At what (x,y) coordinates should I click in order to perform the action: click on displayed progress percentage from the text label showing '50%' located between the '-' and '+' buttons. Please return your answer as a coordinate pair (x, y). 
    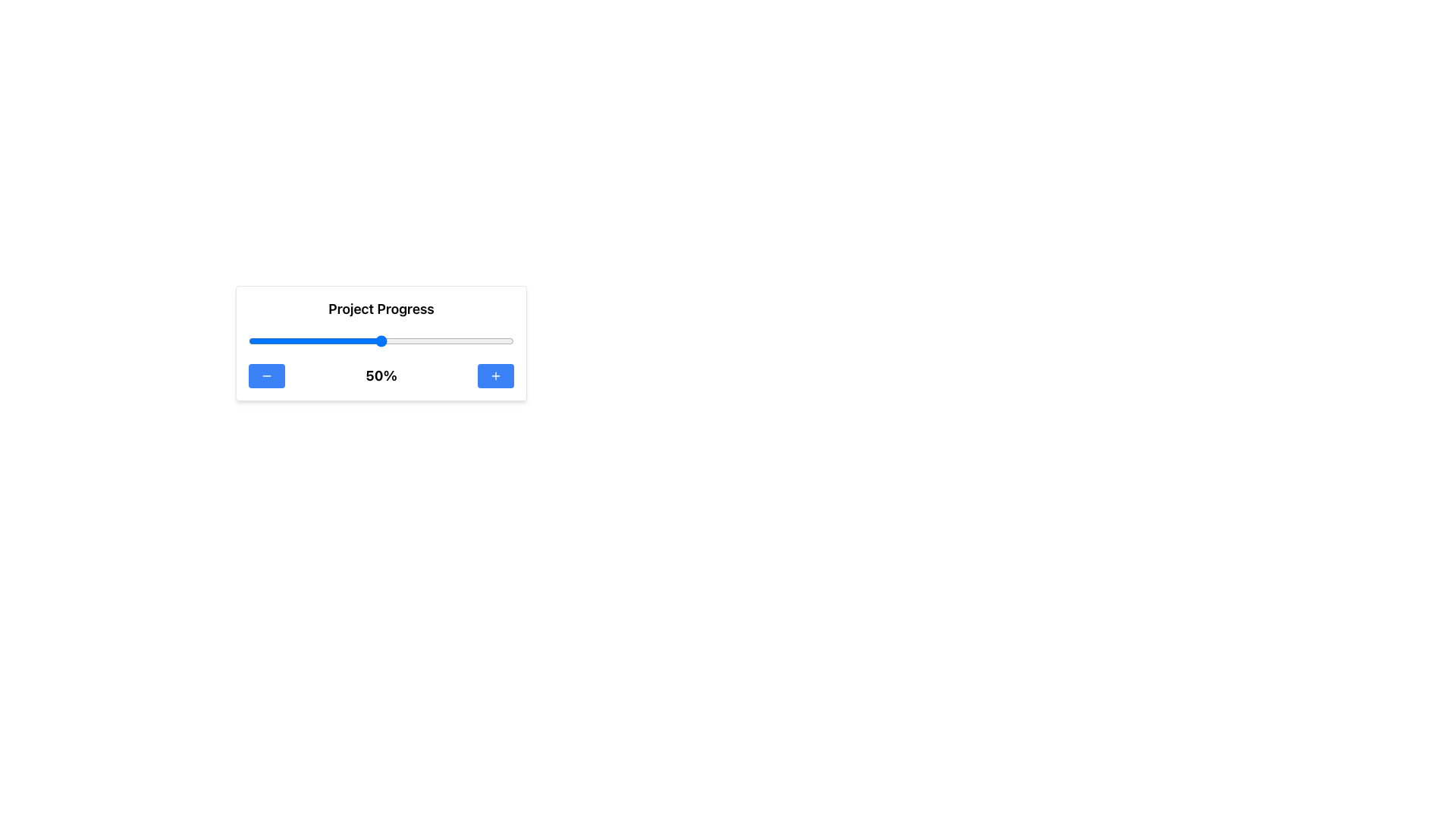
    Looking at the image, I should click on (381, 375).